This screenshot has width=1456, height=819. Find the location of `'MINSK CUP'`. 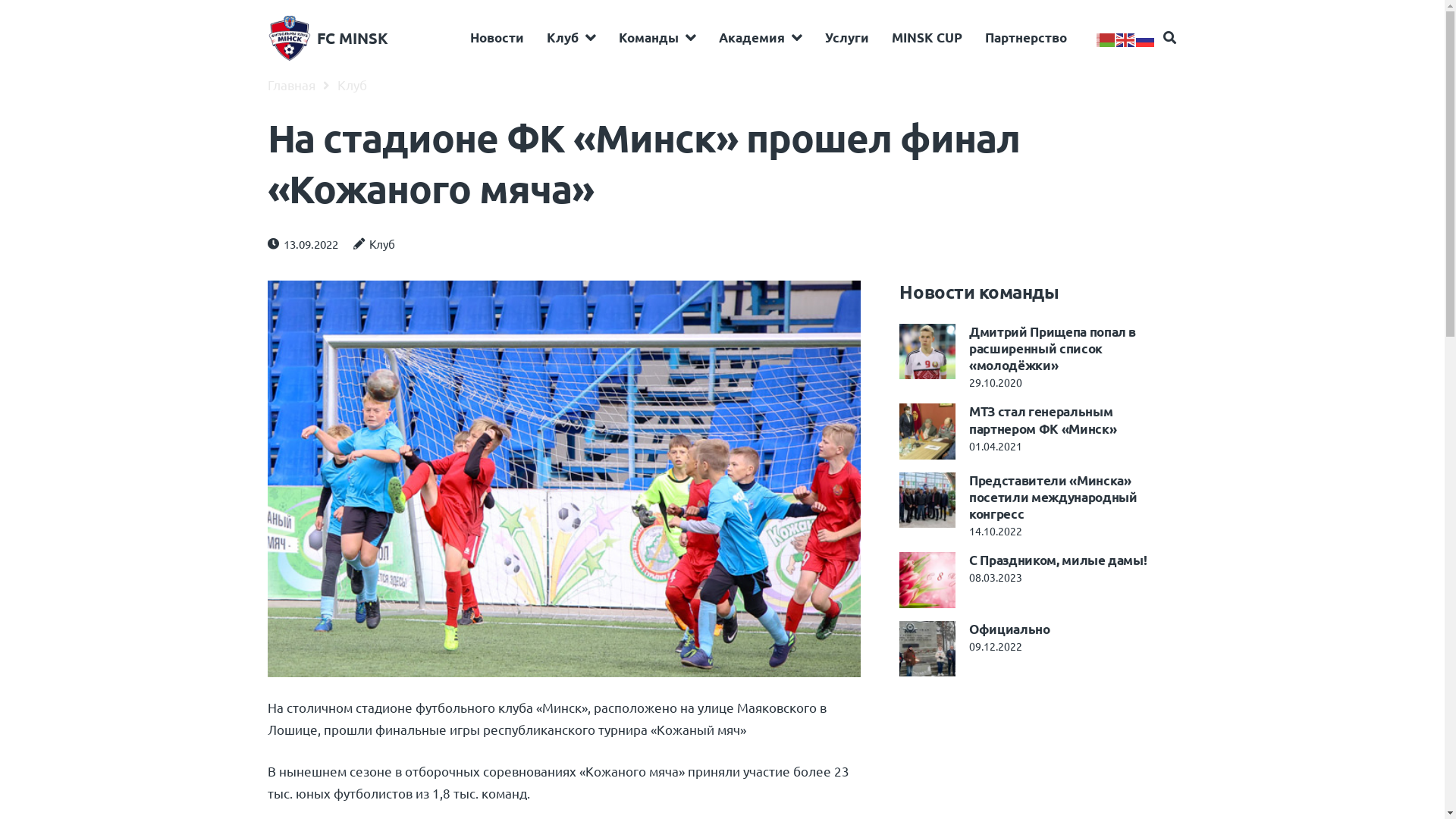

'MINSK CUP' is located at coordinates (926, 37).